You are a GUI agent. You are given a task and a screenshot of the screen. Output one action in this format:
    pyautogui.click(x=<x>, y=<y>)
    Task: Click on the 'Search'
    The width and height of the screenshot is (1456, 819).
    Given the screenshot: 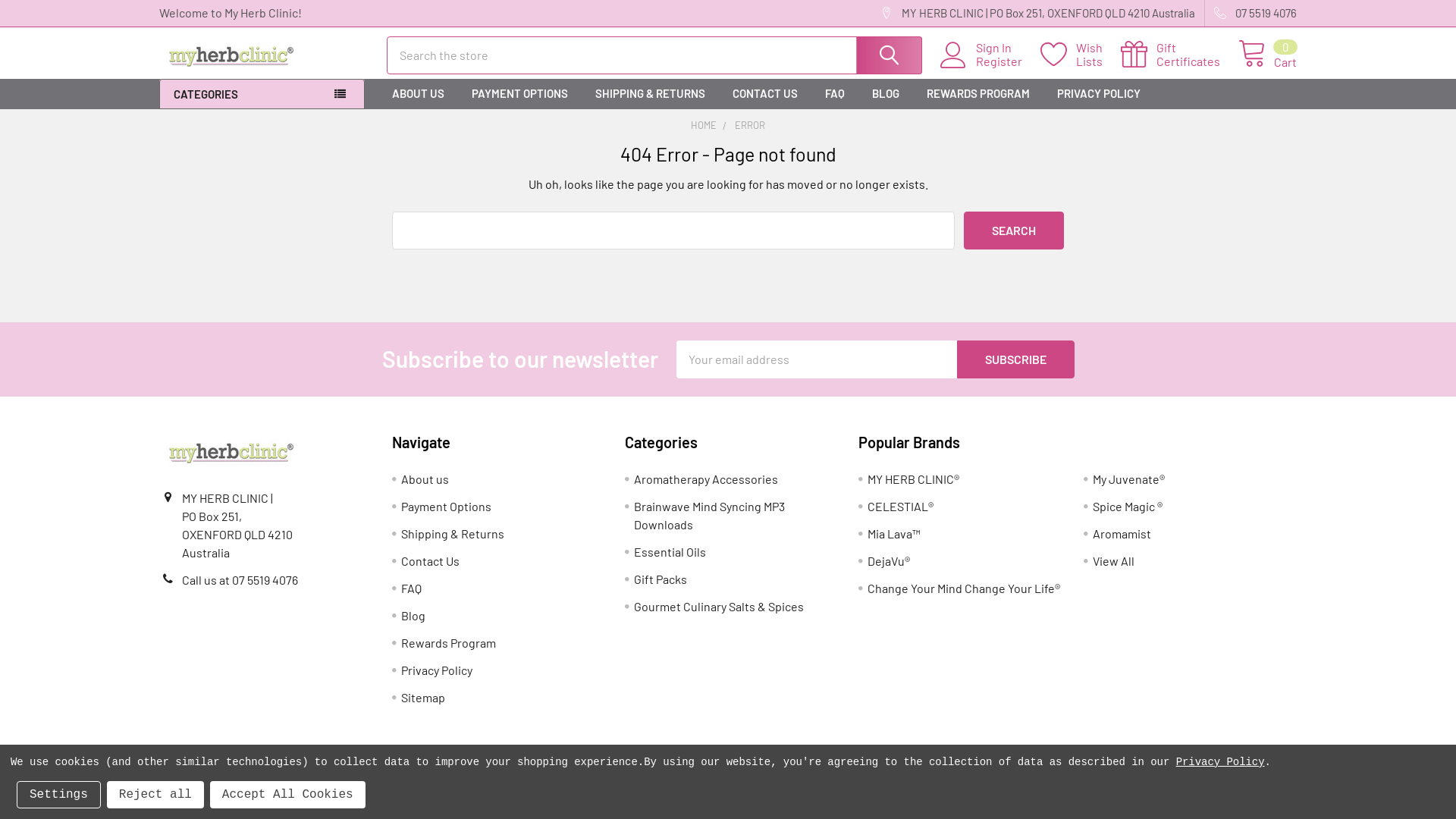 What is the action you would take?
    pyautogui.click(x=888, y=55)
    